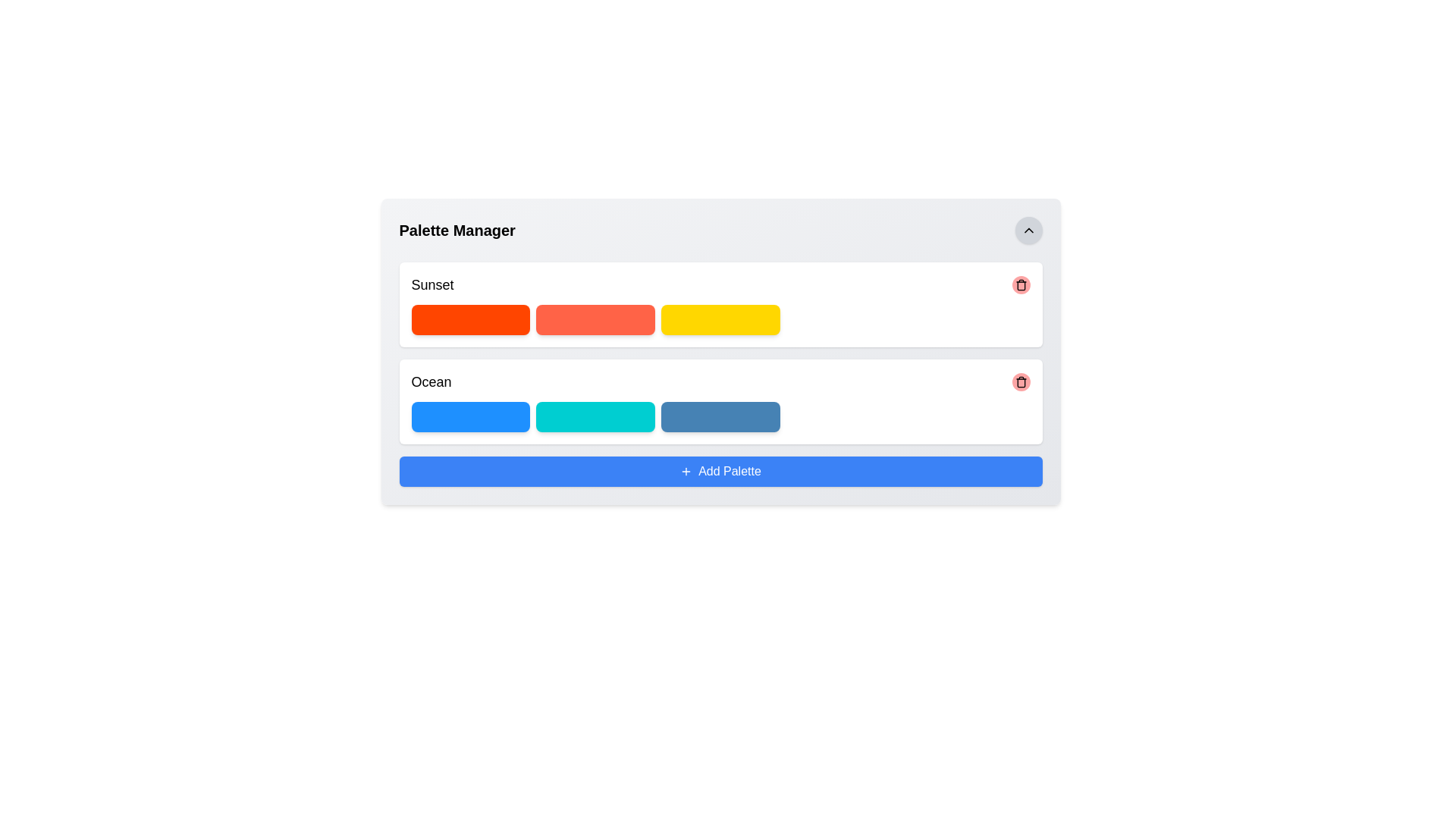 Image resolution: width=1456 pixels, height=819 pixels. I want to click on the circular red button with a white trashcan icon located on the right side of the 'Sunset' row, so click(1021, 284).